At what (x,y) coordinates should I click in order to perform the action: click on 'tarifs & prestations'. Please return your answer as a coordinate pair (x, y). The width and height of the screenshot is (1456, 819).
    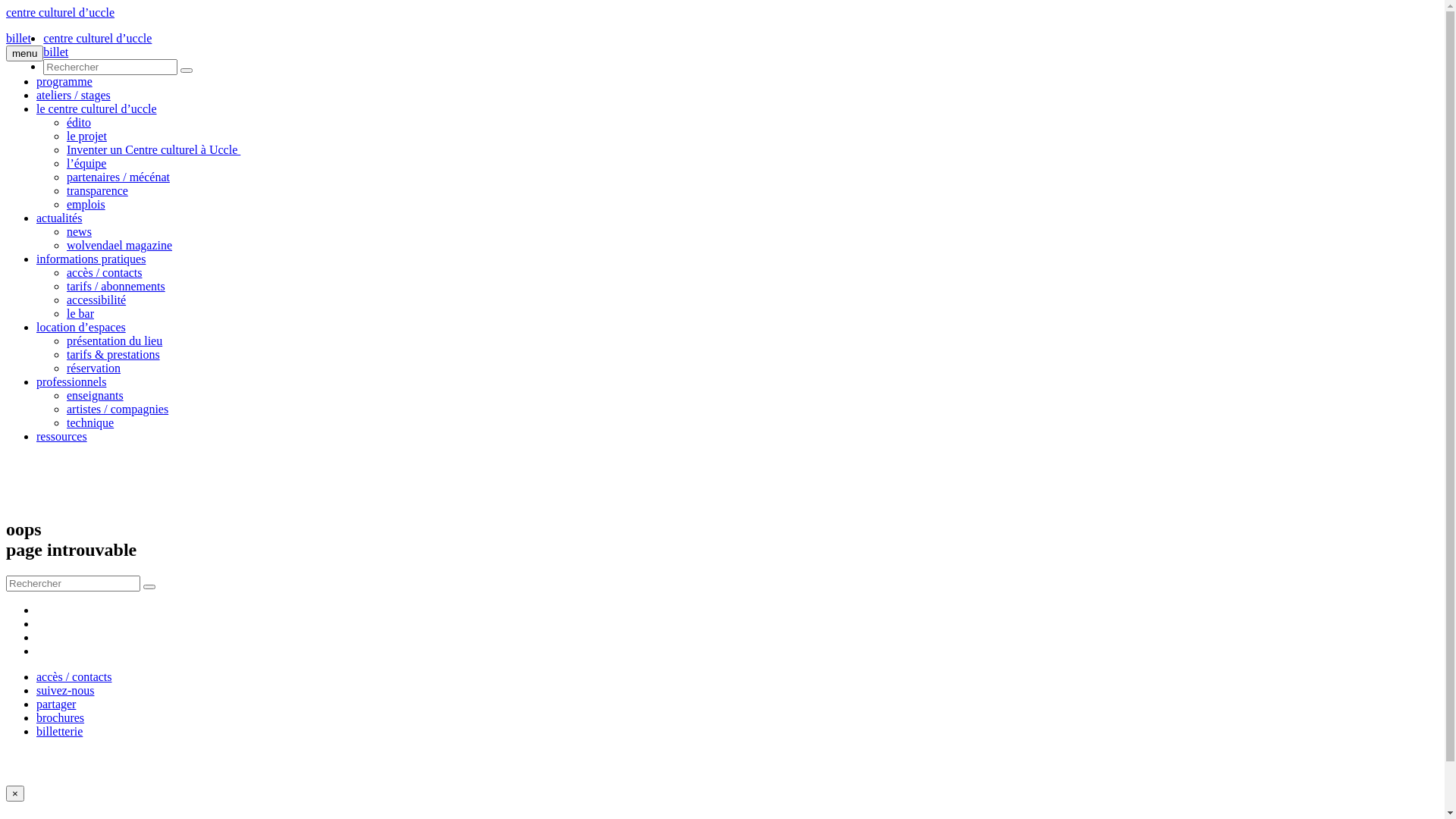
    Looking at the image, I should click on (112, 354).